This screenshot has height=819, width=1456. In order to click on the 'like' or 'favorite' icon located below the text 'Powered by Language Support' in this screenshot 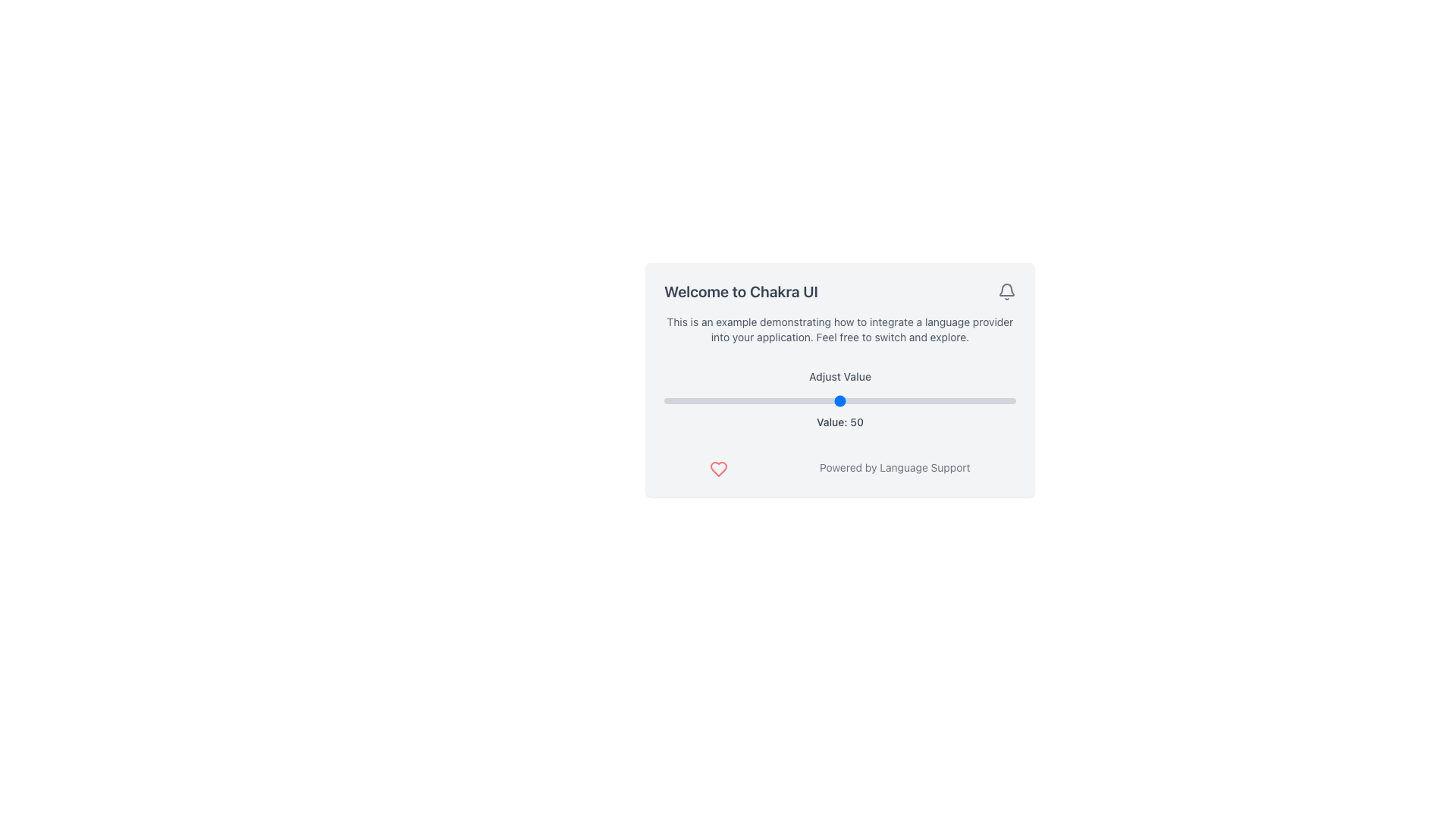, I will do `click(718, 468)`.